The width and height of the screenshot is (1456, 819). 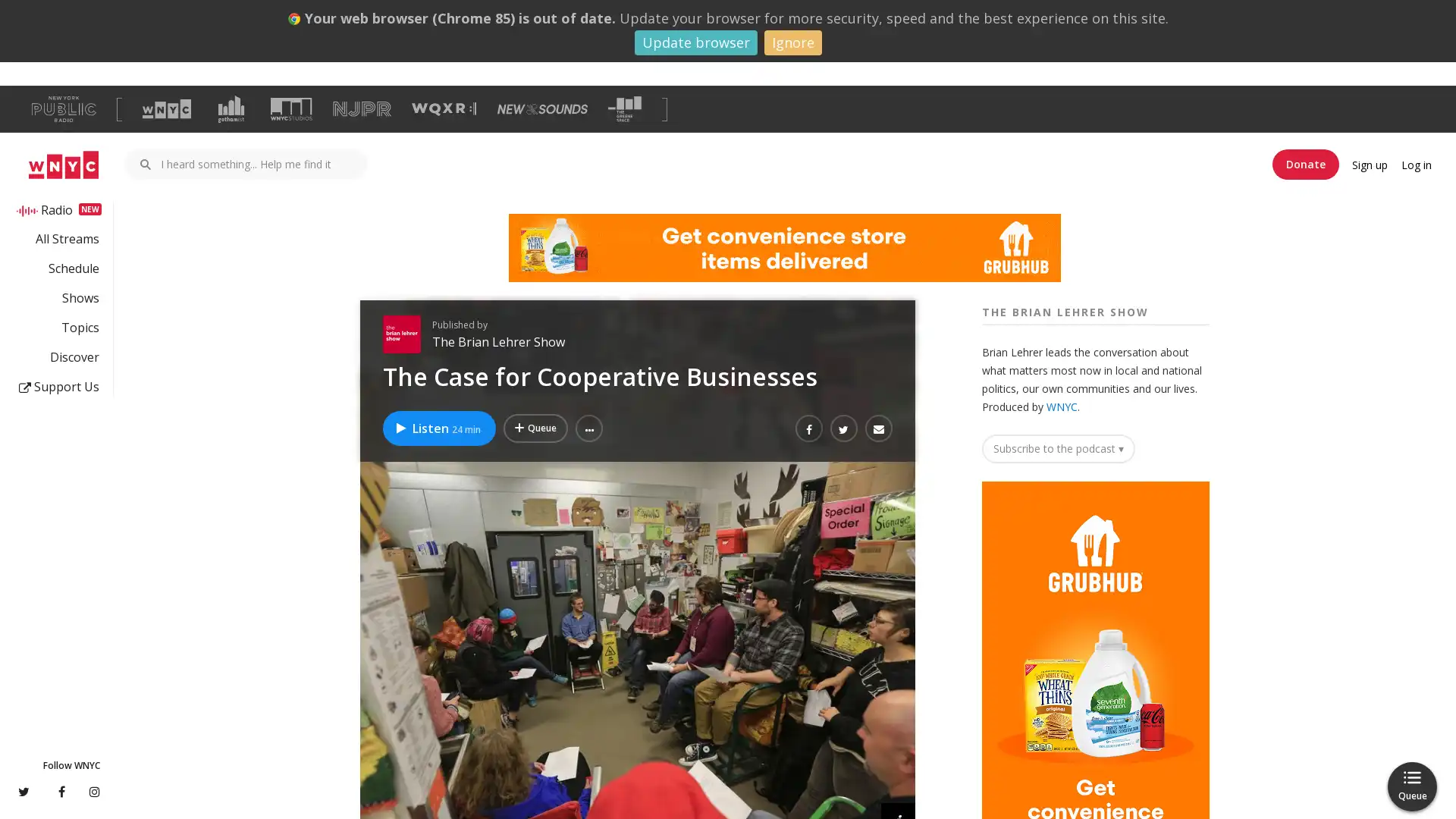 What do you see at coordinates (792, 42) in the screenshot?
I see `Ignore` at bounding box center [792, 42].